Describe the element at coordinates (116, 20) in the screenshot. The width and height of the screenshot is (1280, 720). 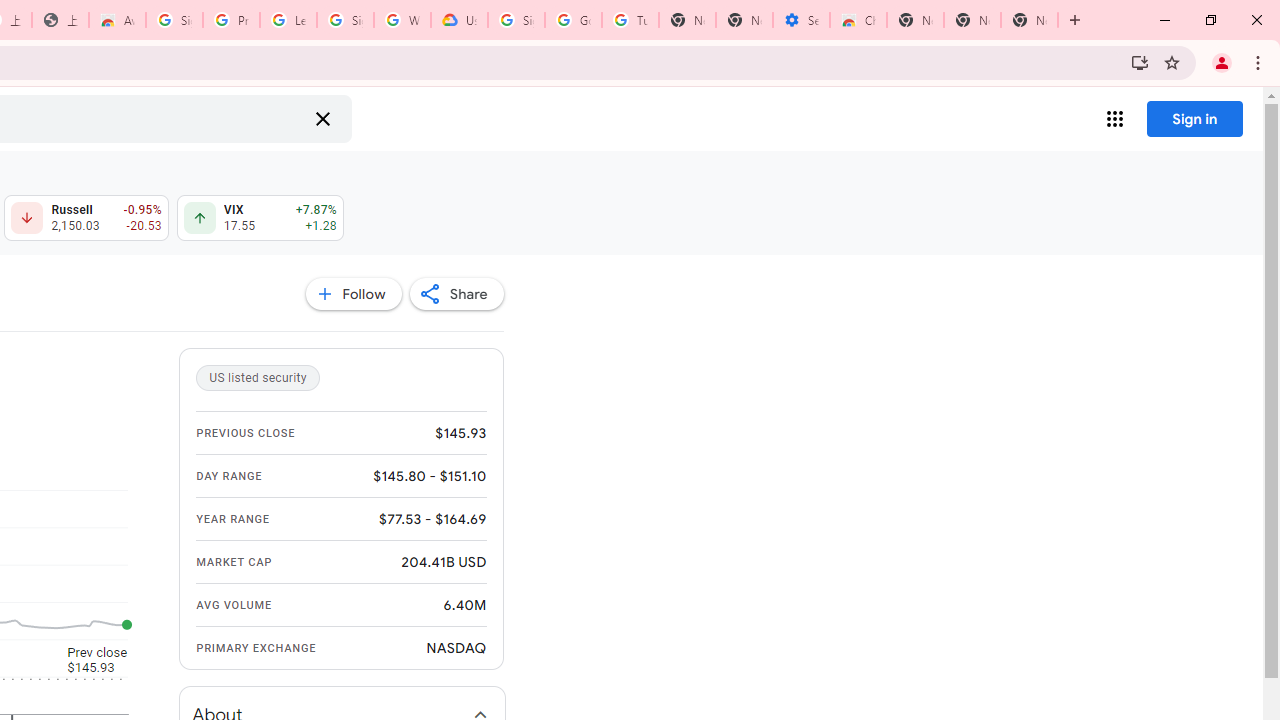
I see `'Awesome Screen Recorder & Screenshot - Chrome Web Store'` at that location.